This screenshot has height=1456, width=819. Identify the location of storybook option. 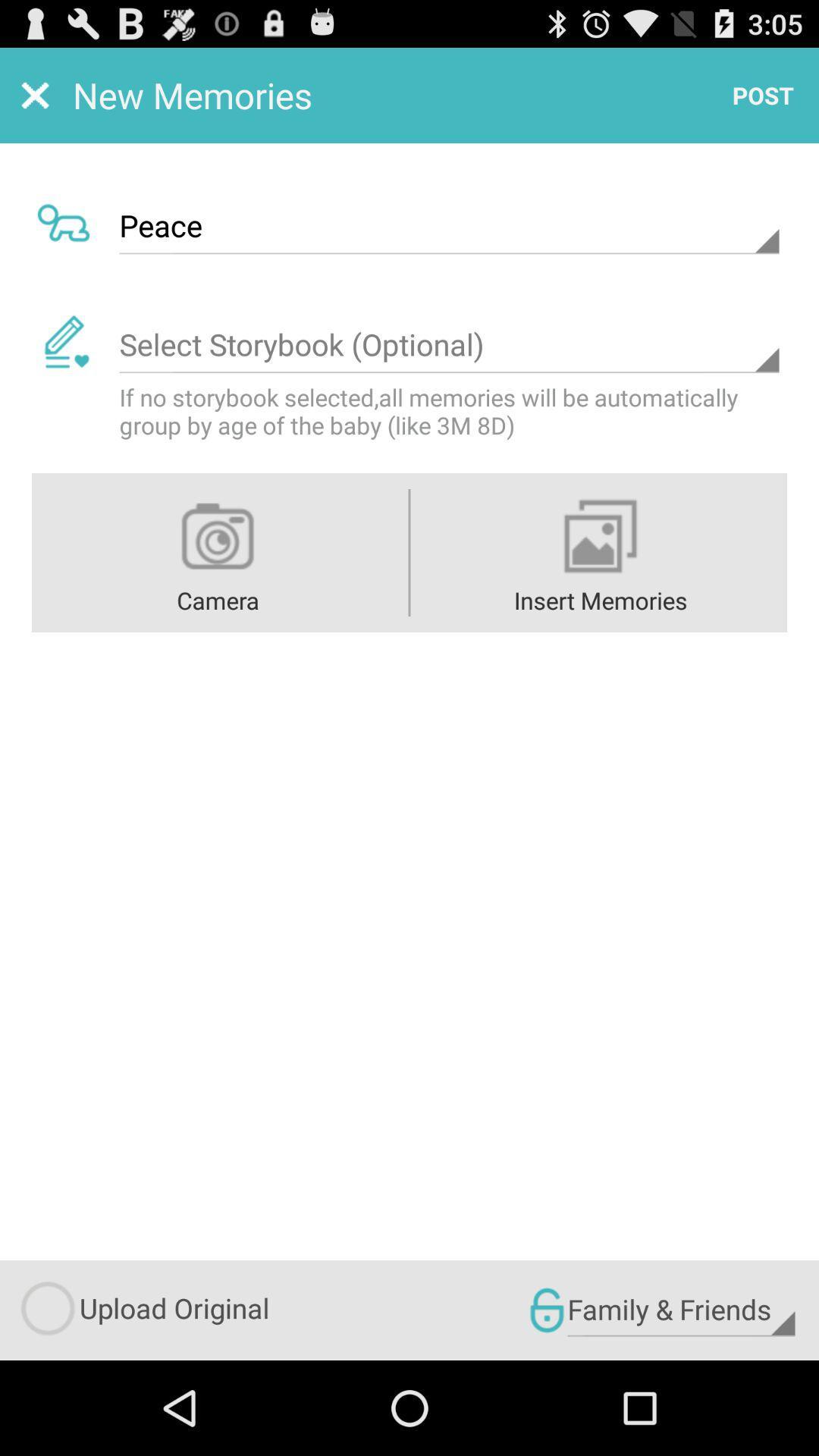
(448, 344).